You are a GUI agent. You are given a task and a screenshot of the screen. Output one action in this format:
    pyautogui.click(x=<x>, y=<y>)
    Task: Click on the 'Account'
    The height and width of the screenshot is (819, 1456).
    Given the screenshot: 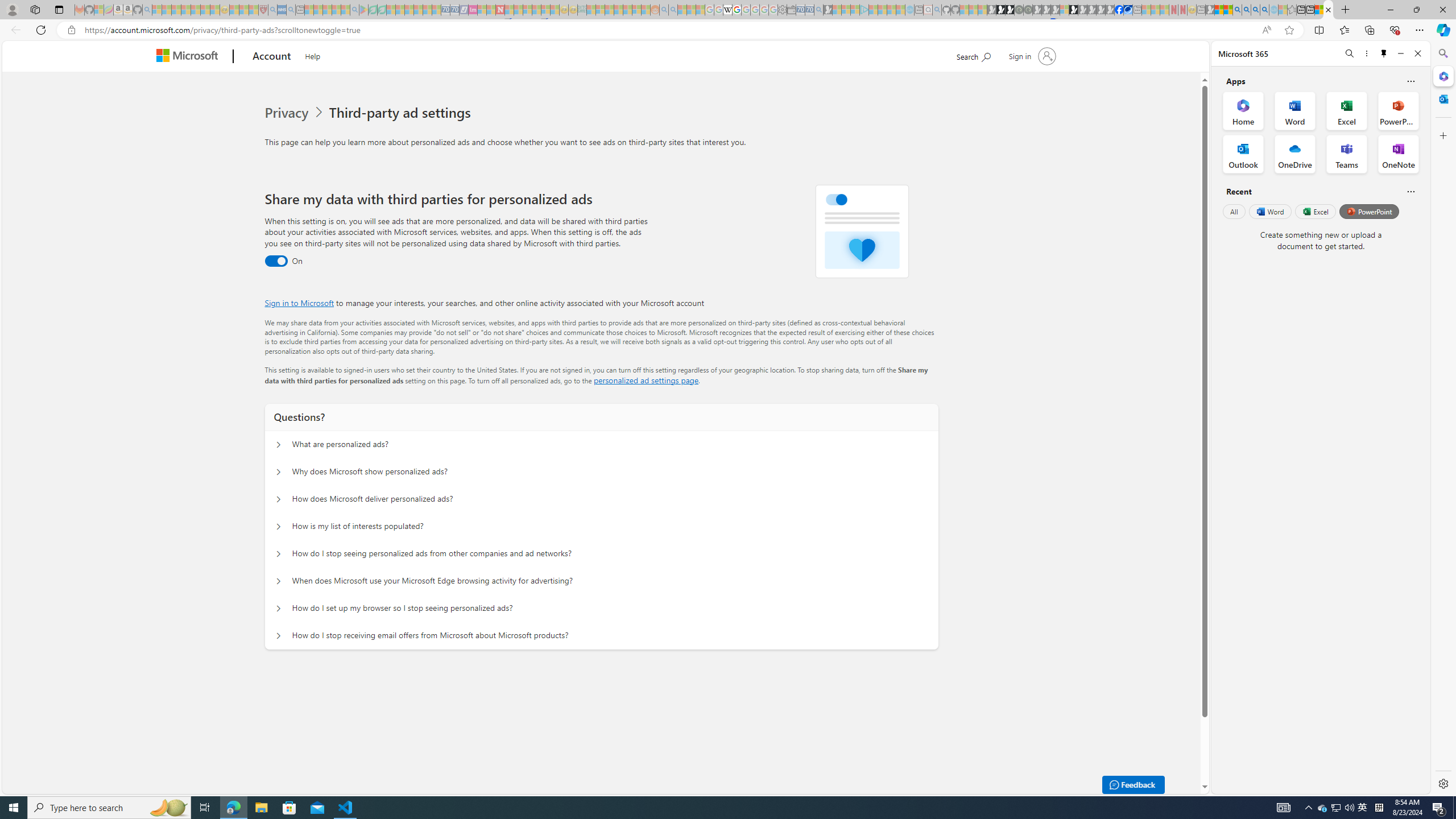 What is the action you would take?
    pyautogui.click(x=271, y=56)
    